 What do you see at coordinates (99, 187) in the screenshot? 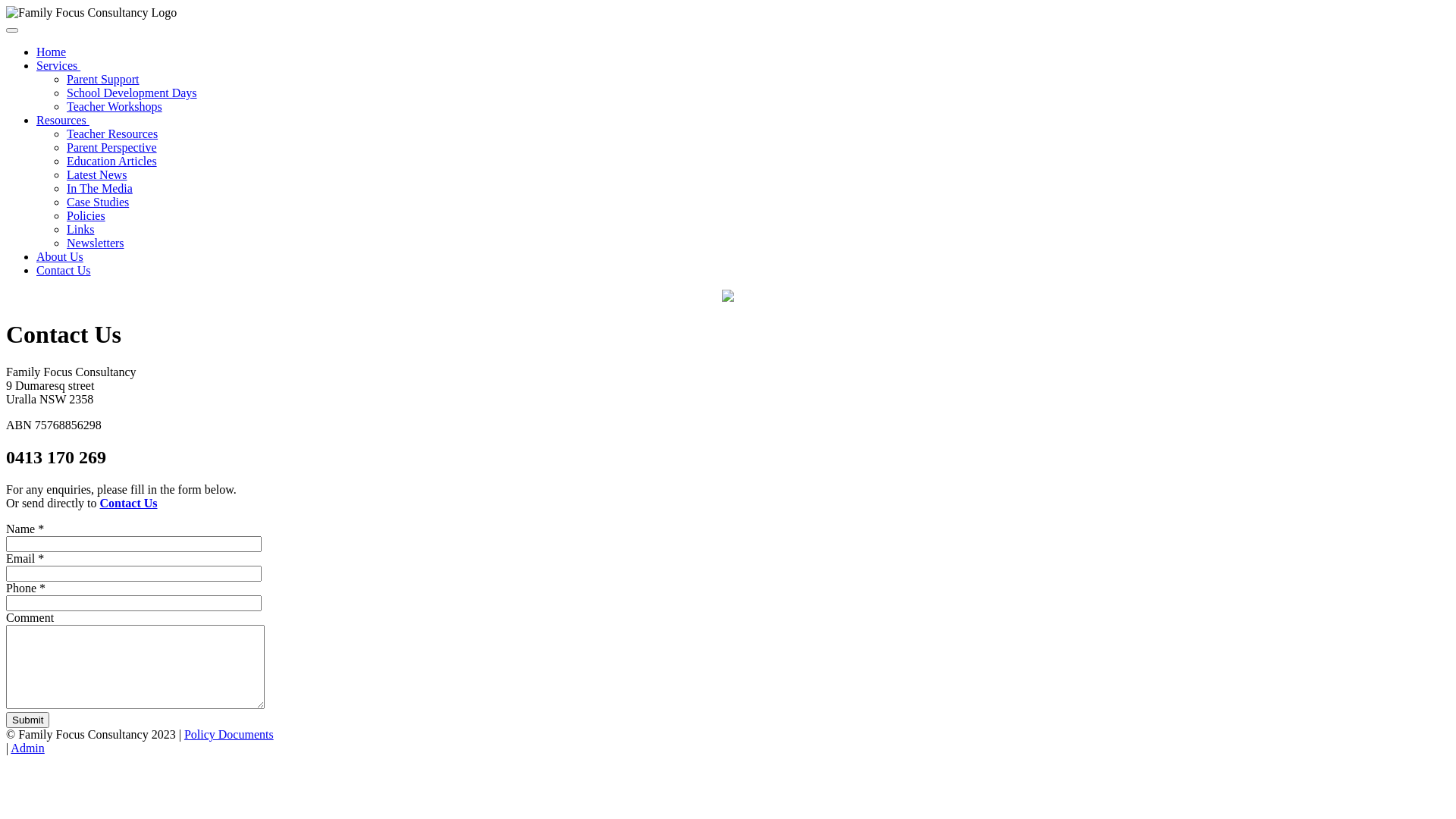
I see `'In The Media'` at bounding box center [99, 187].